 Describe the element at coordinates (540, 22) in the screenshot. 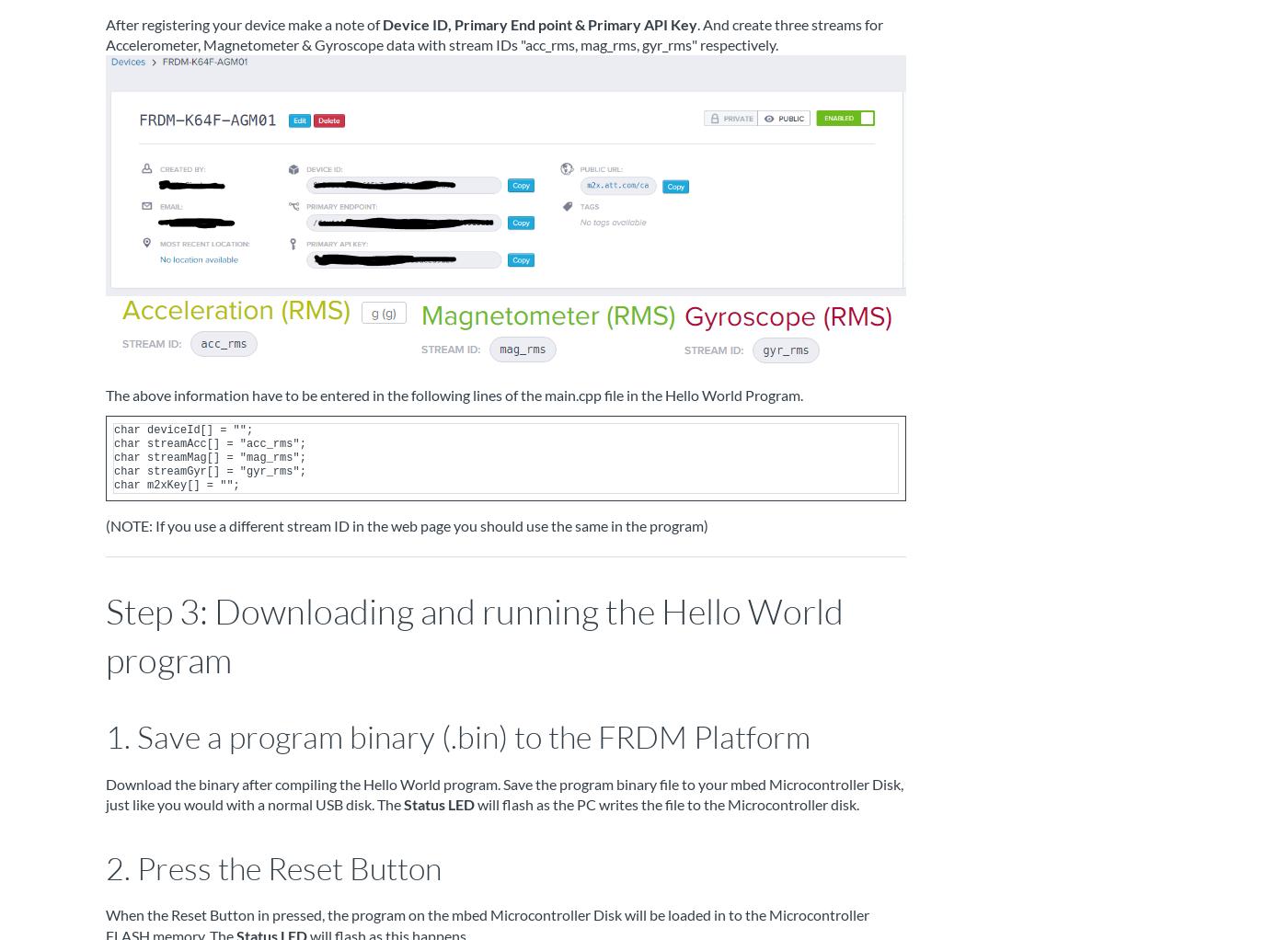

I see `'Device ID, Primary End point & Primary API Key'` at that location.